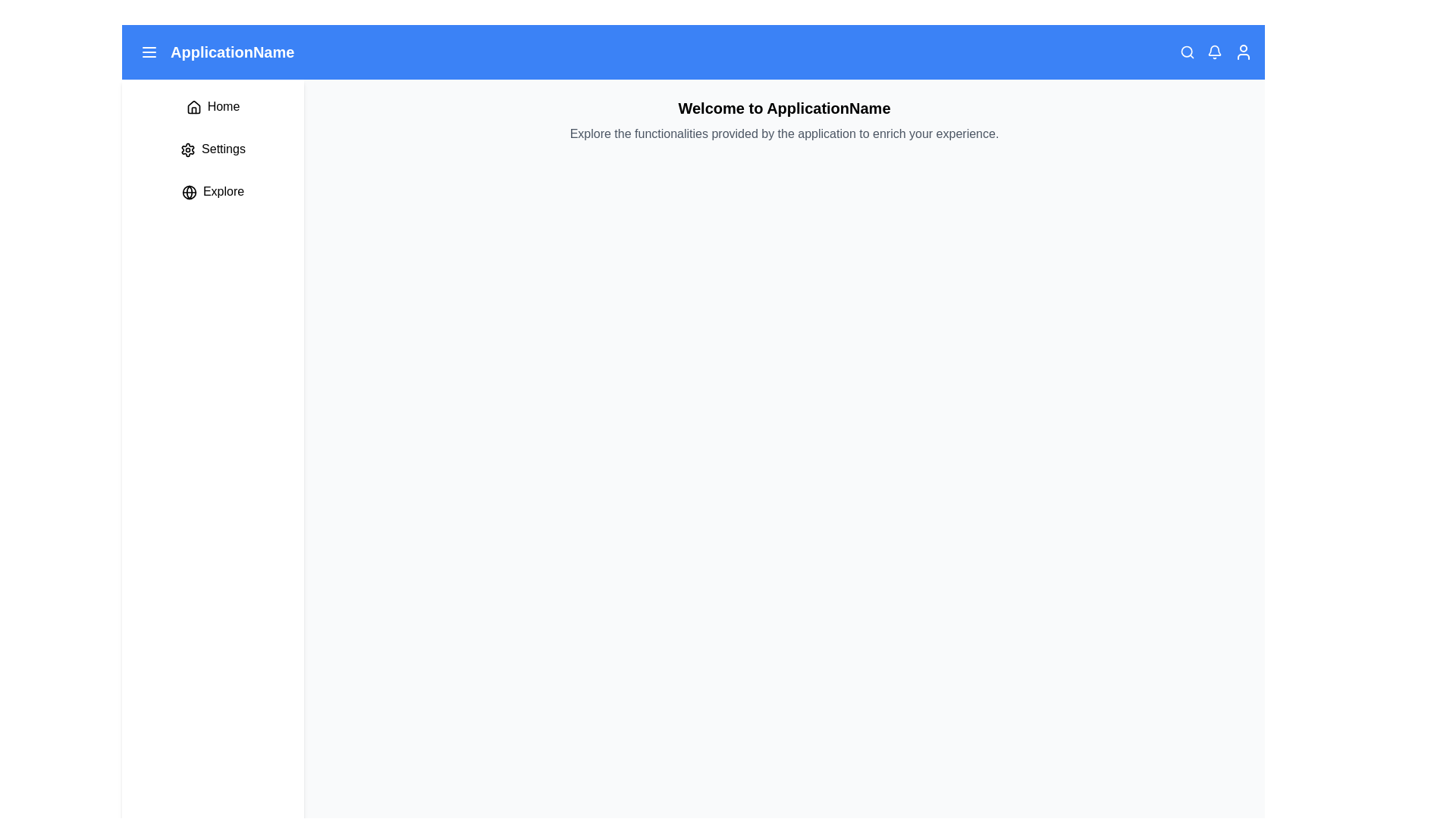 The height and width of the screenshot is (819, 1456). What do you see at coordinates (231, 52) in the screenshot?
I see `the Static Text element displaying 'ApplicationName', which is styled in bold, large font and located in the navigation bar with a blue background` at bounding box center [231, 52].